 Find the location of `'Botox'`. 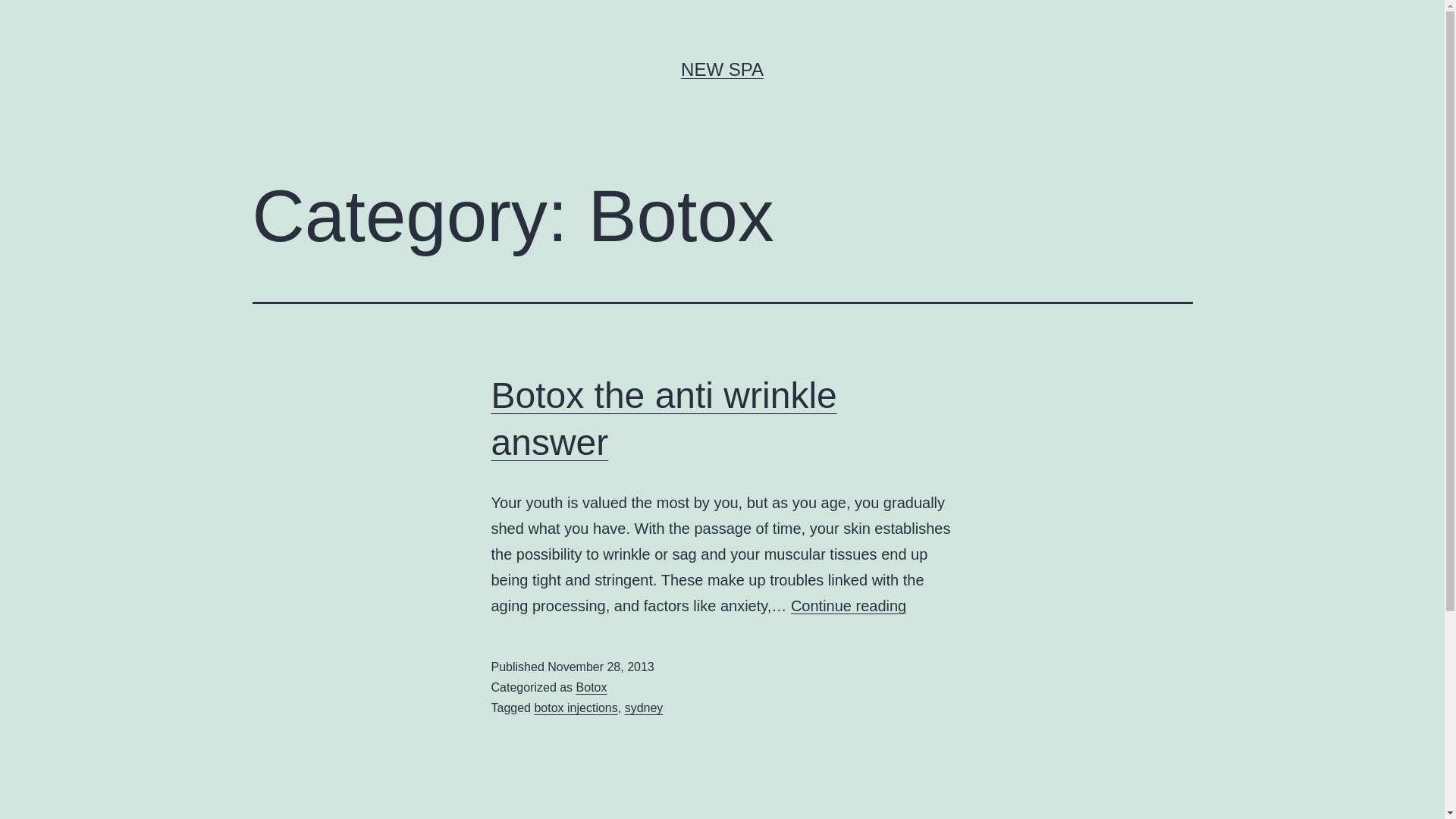

'Botox' is located at coordinates (591, 687).